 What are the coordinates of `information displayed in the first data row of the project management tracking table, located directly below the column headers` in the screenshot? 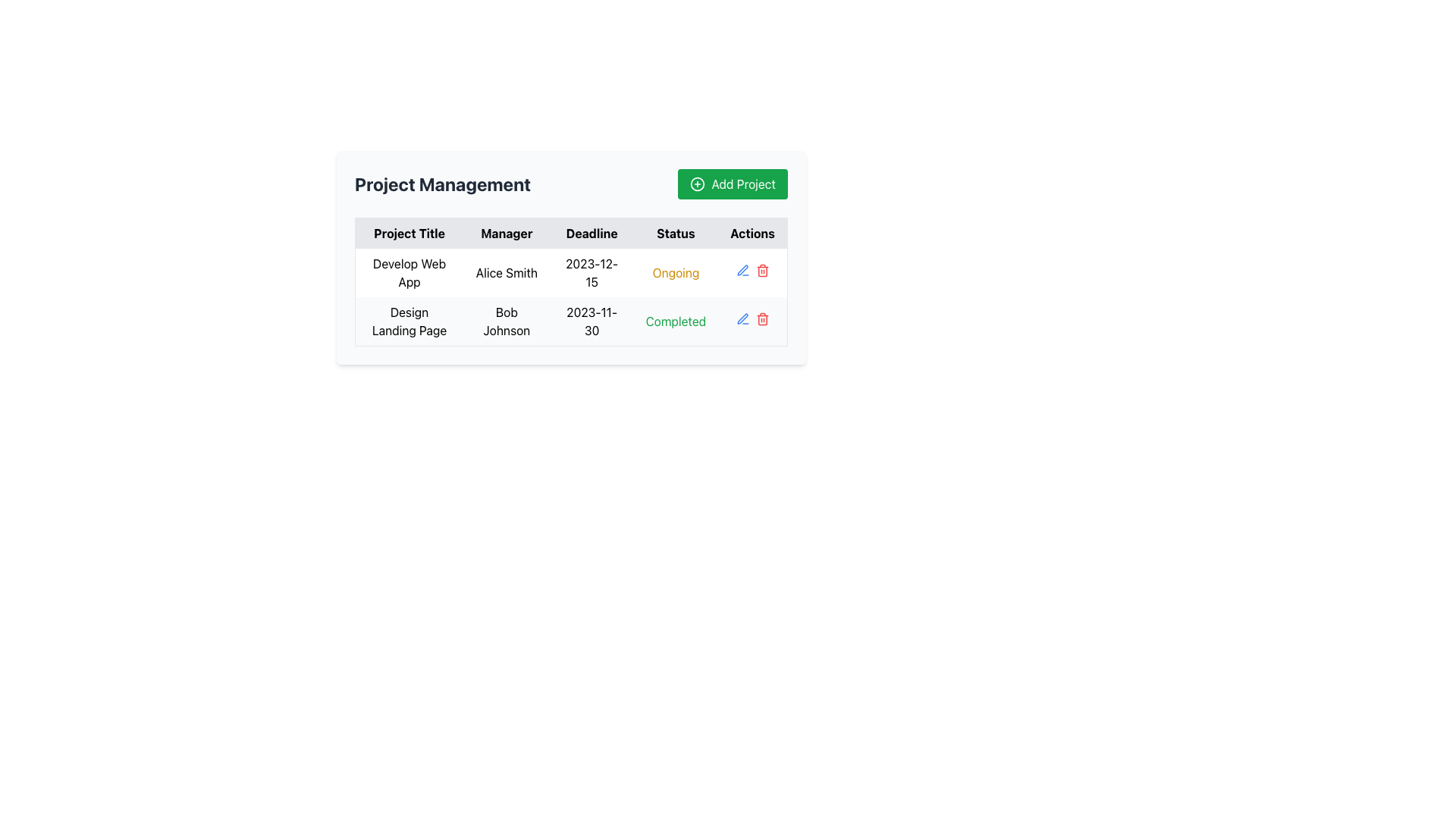 It's located at (570, 297).